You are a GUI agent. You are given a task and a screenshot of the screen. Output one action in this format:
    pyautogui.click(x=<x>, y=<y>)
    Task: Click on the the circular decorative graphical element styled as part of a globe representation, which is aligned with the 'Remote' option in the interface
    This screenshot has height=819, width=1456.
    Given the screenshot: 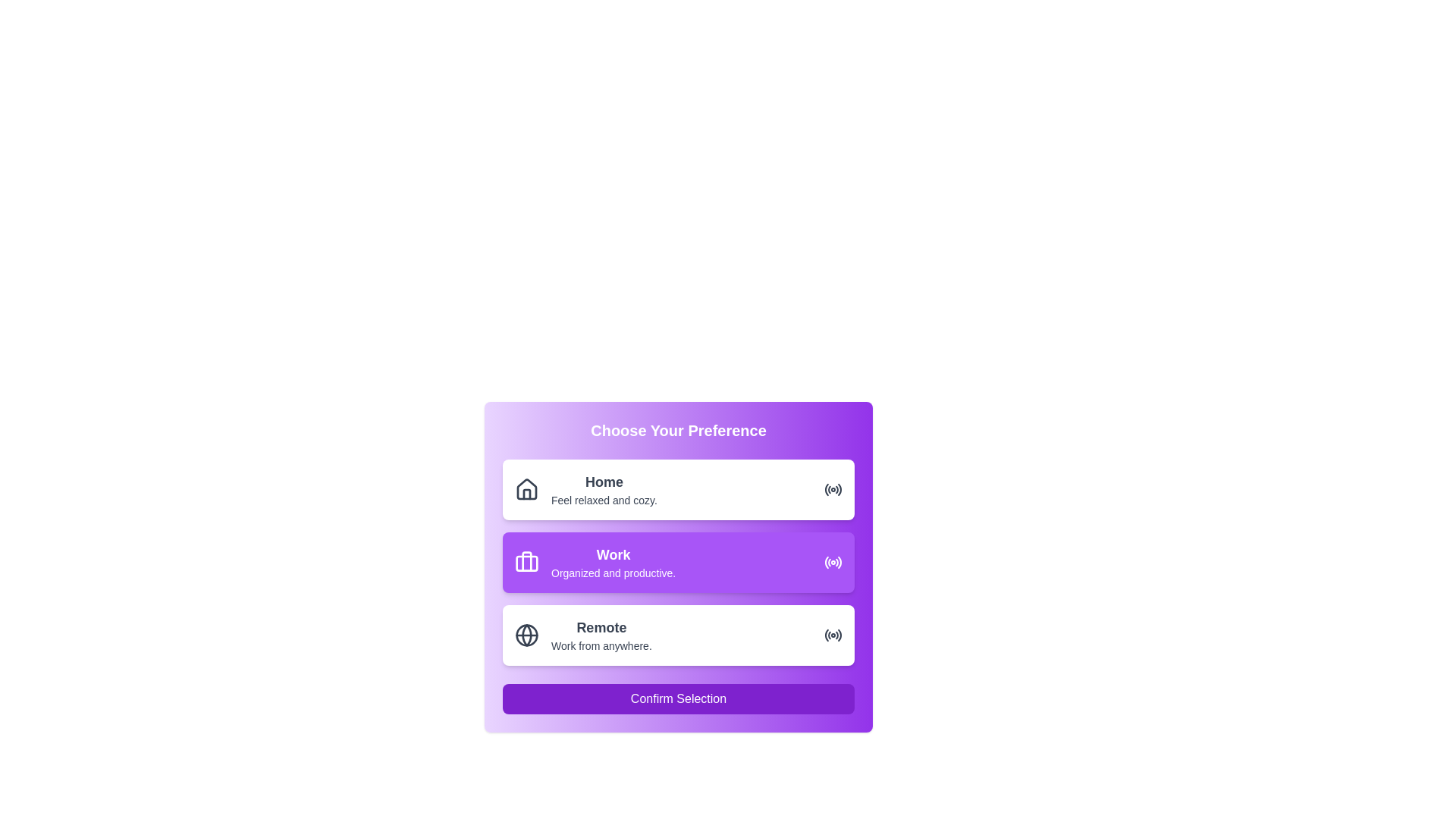 What is the action you would take?
    pyautogui.click(x=527, y=635)
    